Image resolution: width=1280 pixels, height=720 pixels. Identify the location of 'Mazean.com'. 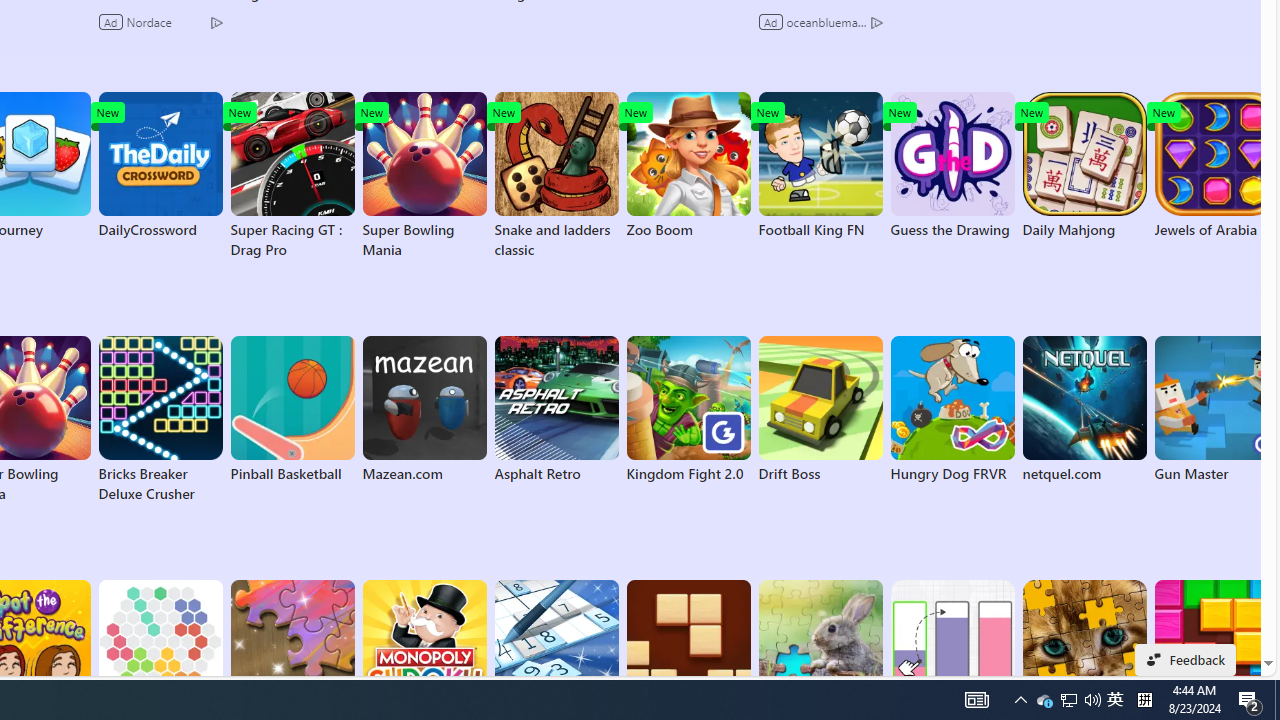
(423, 409).